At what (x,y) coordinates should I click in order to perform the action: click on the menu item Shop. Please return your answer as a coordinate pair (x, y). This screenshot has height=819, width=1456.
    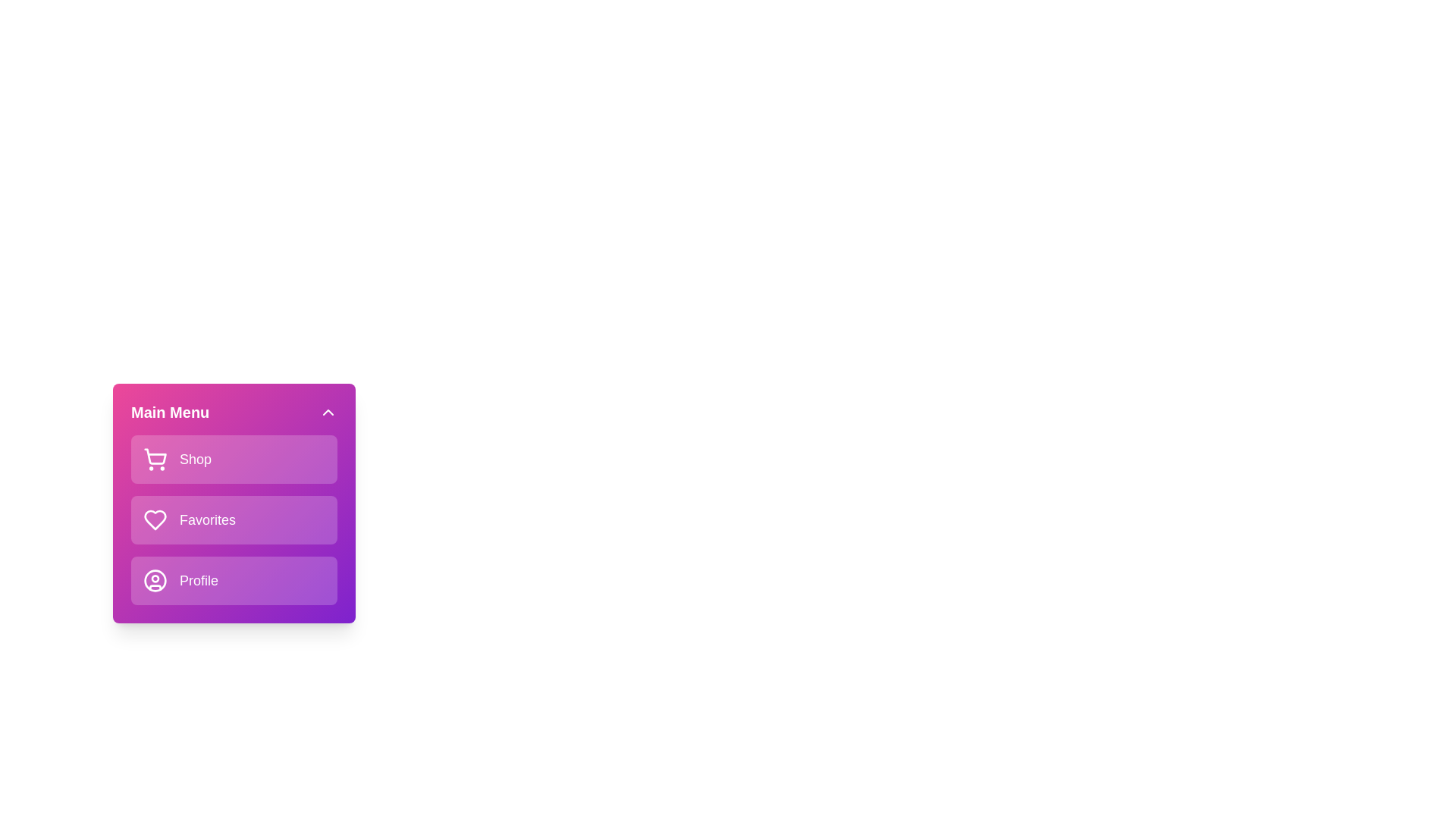
    Looking at the image, I should click on (233, 458).